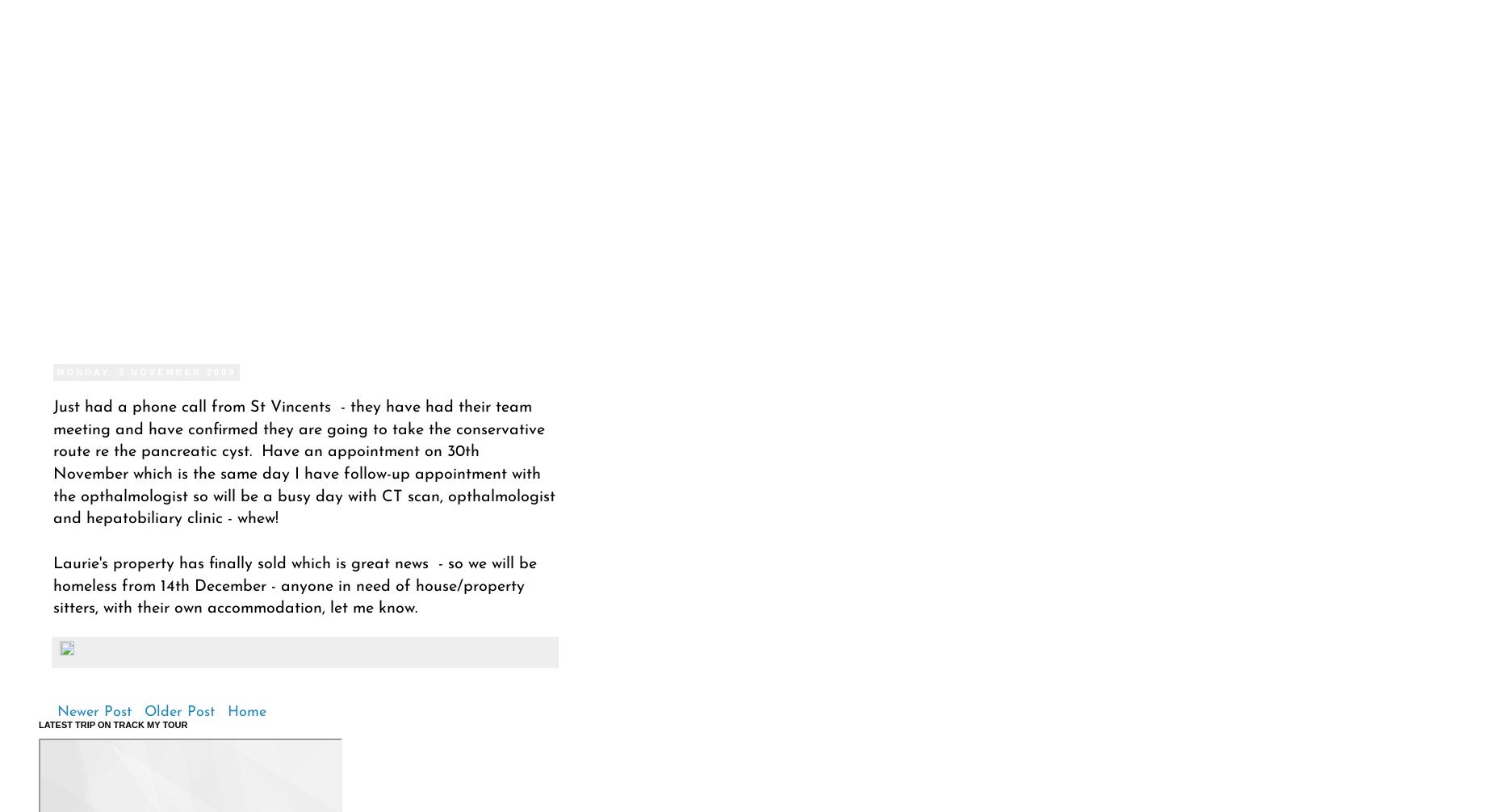 The image size is (1500, 812). Describe the element at coordinates (295, 586) in the screenshot. I see `'Laurie's property has finally sold which is great news  - so we will be homeless from 14th December - anyone in need of house/property sitters, with their own accommodation, let me know.'` at that location.